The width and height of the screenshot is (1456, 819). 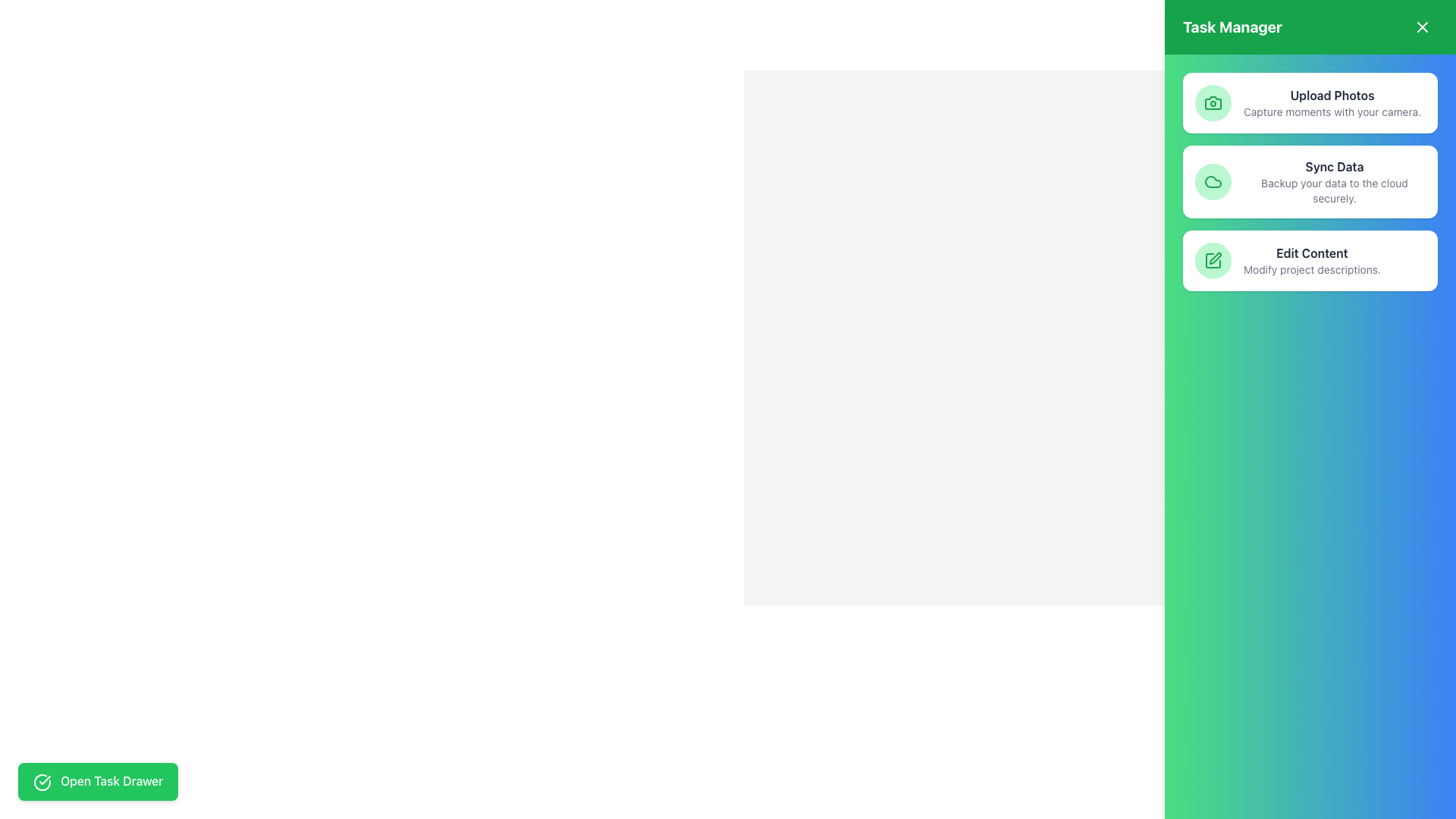 What do you see at coordinates (1212, 180) in the screenshot?
I see `the SVG cloud icon outlined by a green circular background, which is the second icon in the vertical menu under the 'Task Manager' section` at bounding box center [1212, 180].